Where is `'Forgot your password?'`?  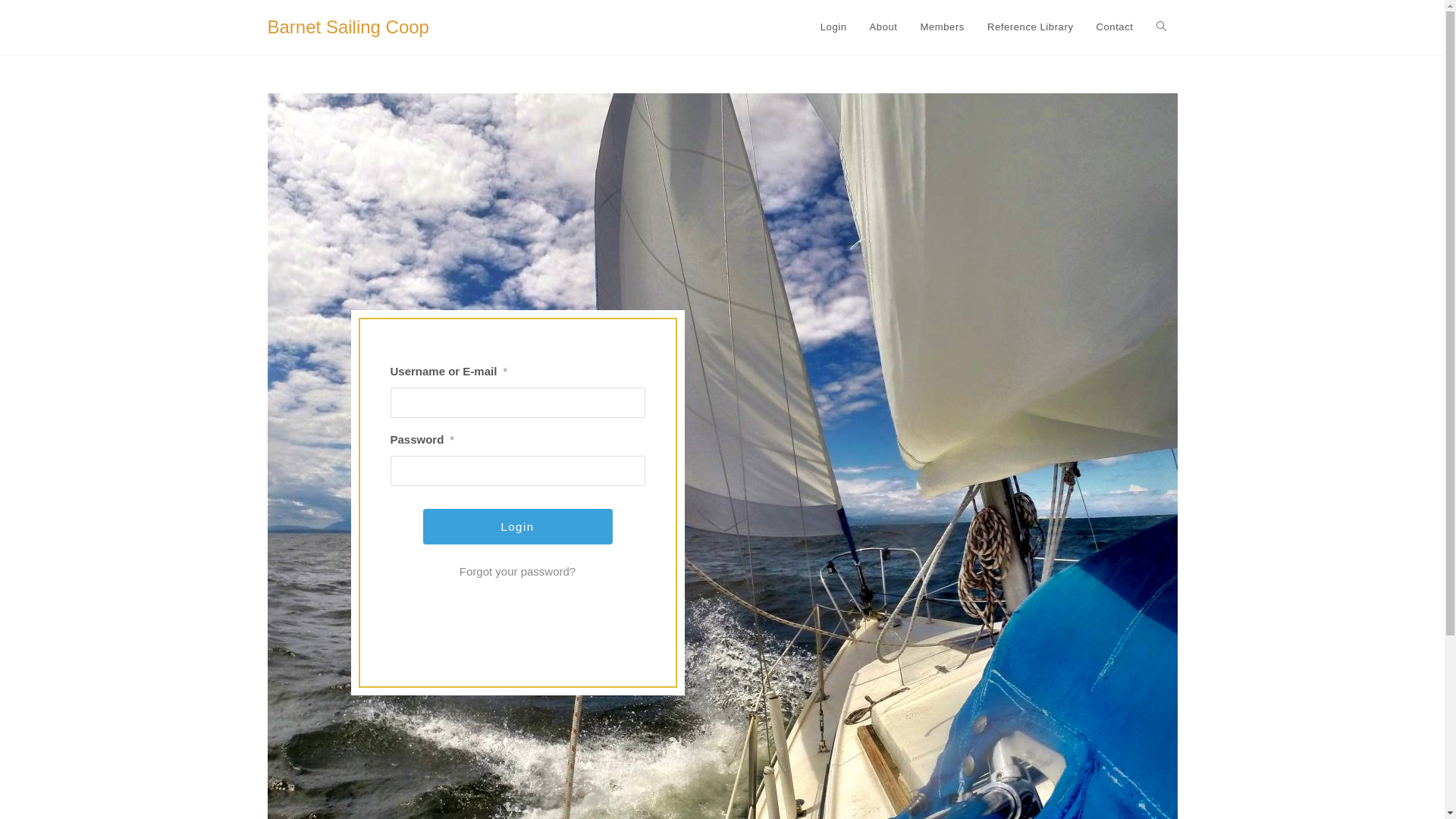
'Forgot your password?' is located at coordinates (516, 571).